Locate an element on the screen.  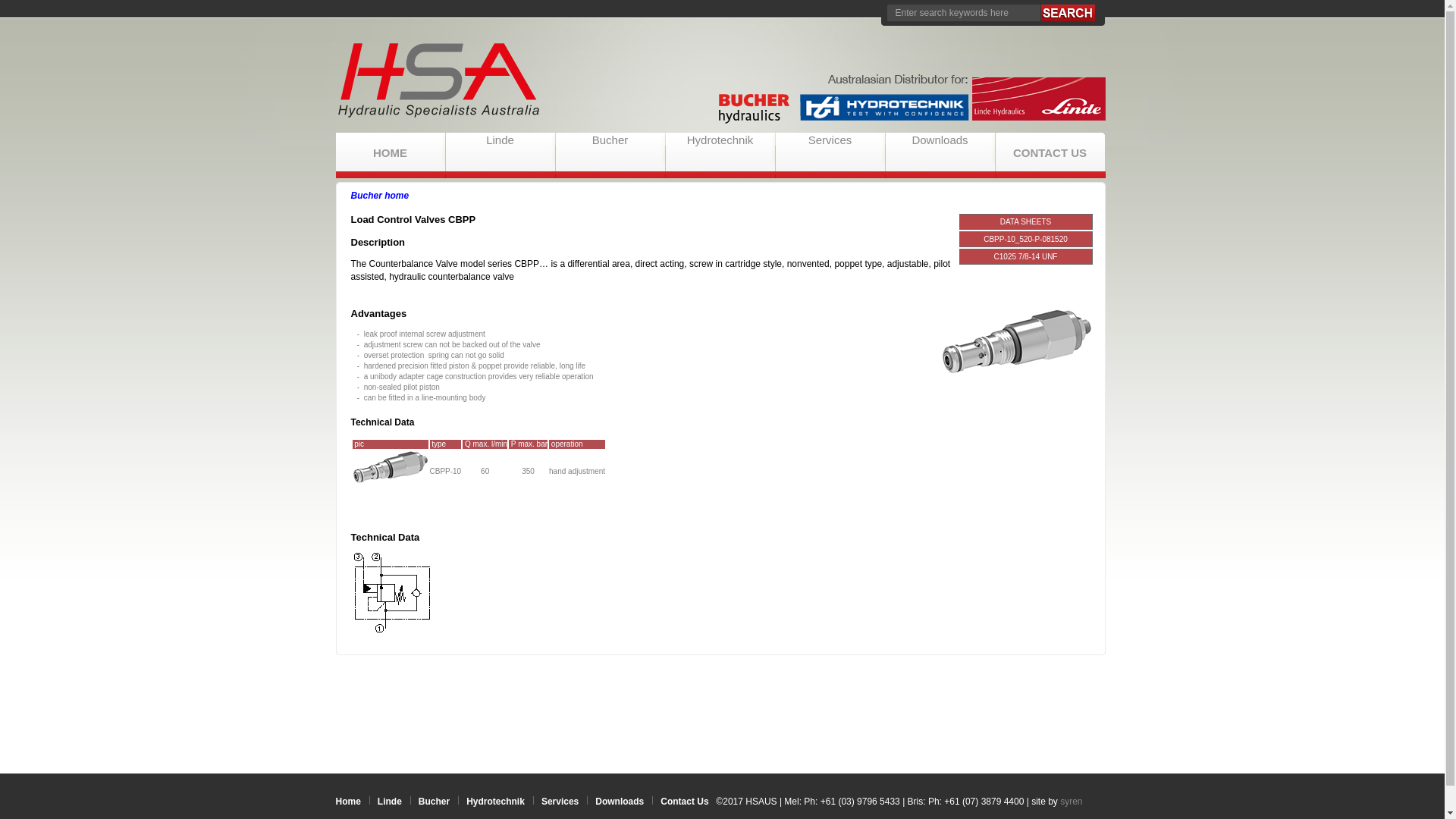
'C1025 7/8-14 UNF' is located at coordinates (1026, 256).